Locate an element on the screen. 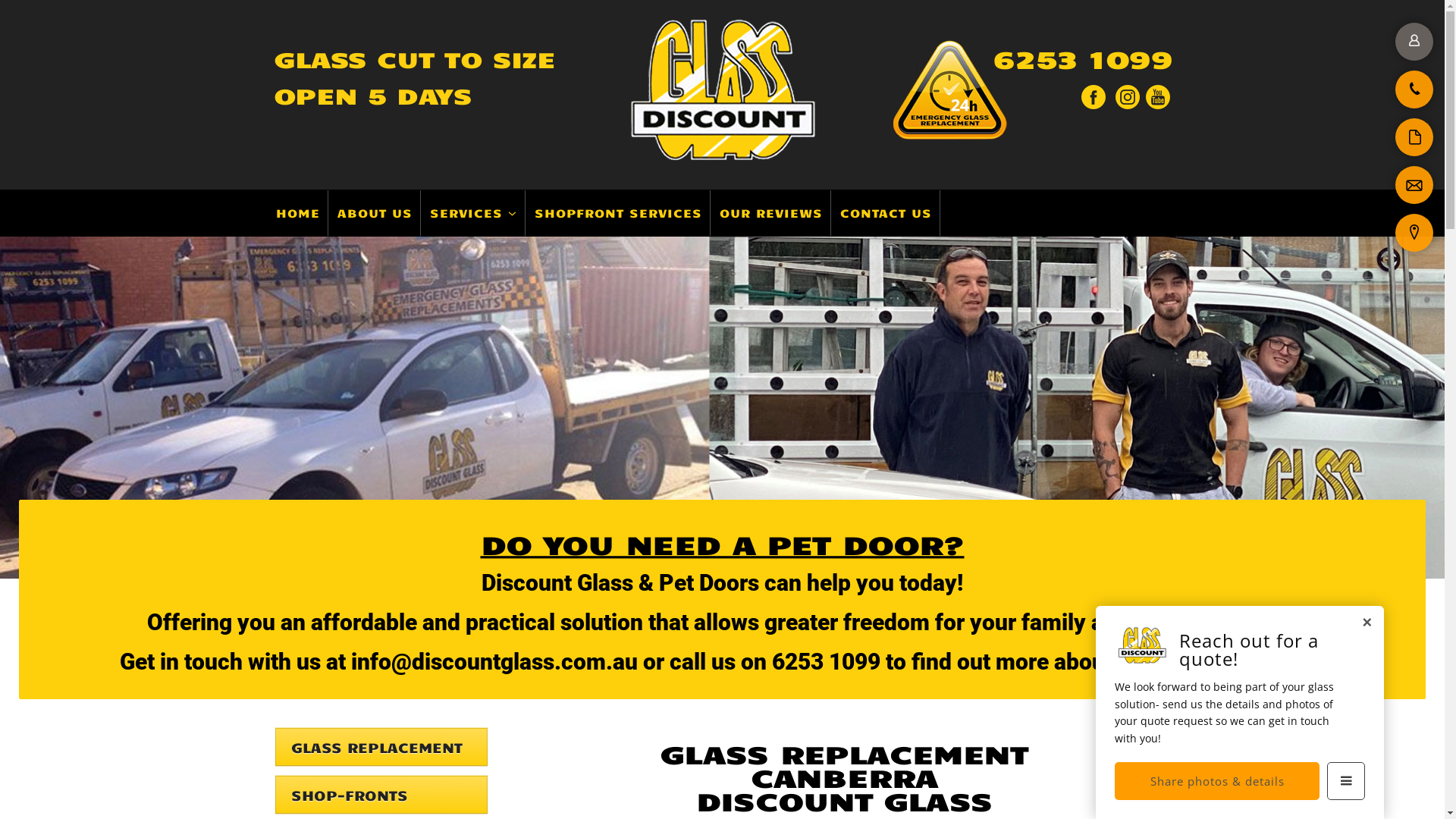  'HOME' is located at coordinates (298, 213).